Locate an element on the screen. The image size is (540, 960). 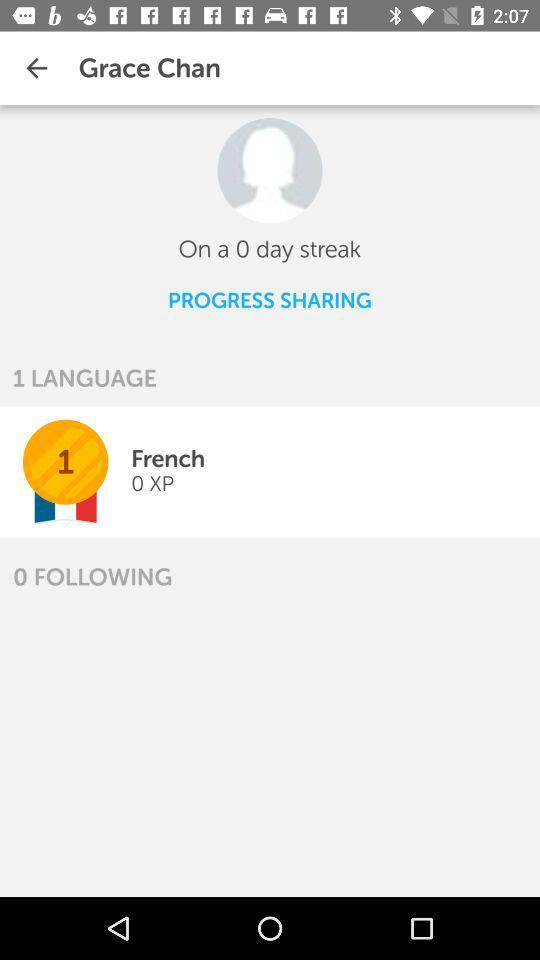
the icon above the 0 following icon is located at coordinates (151, 482).